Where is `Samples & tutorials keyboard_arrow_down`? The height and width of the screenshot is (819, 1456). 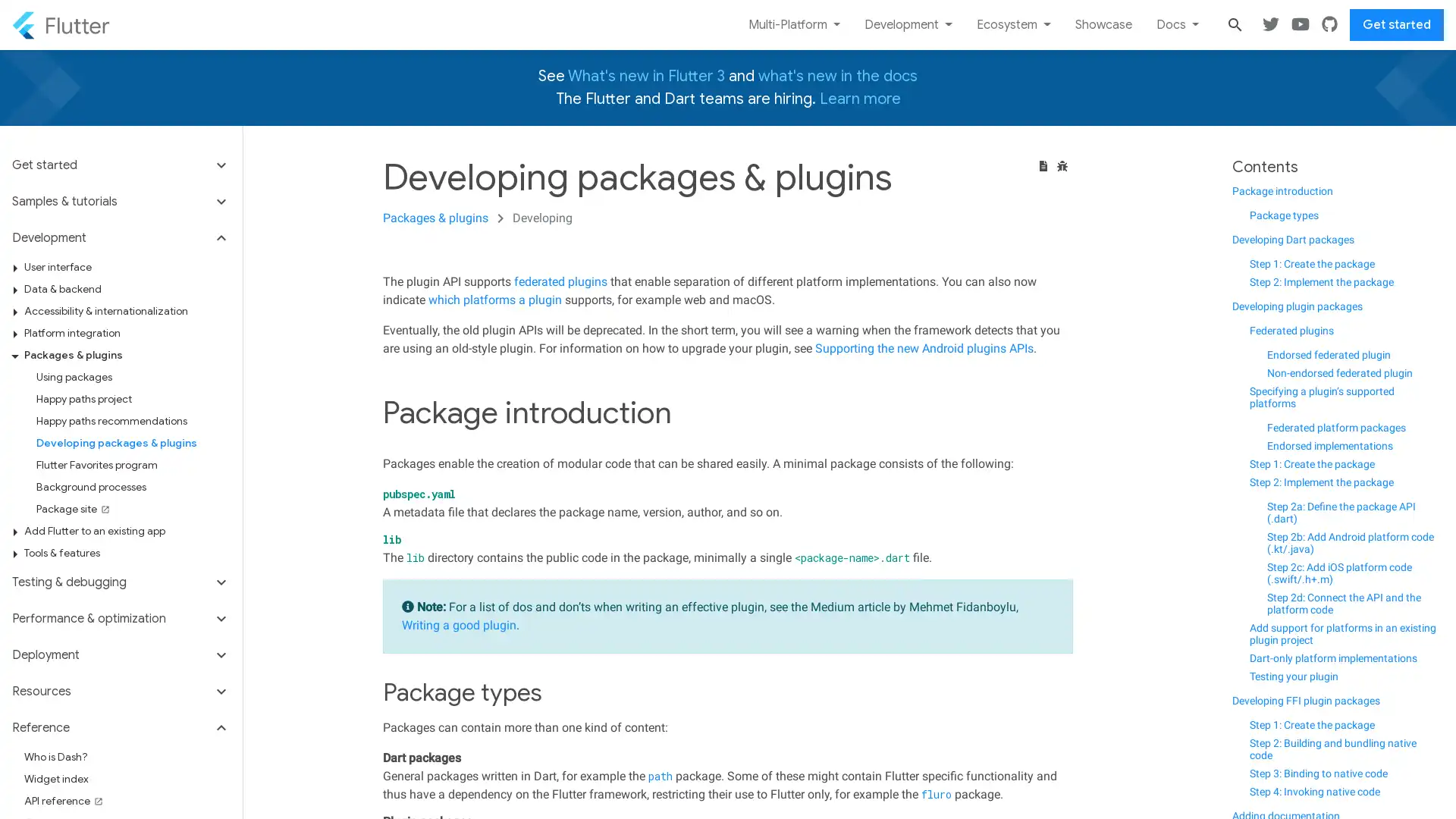 Samples & tutorials keyboard_arrow_down is located at coordinates (120, 201).